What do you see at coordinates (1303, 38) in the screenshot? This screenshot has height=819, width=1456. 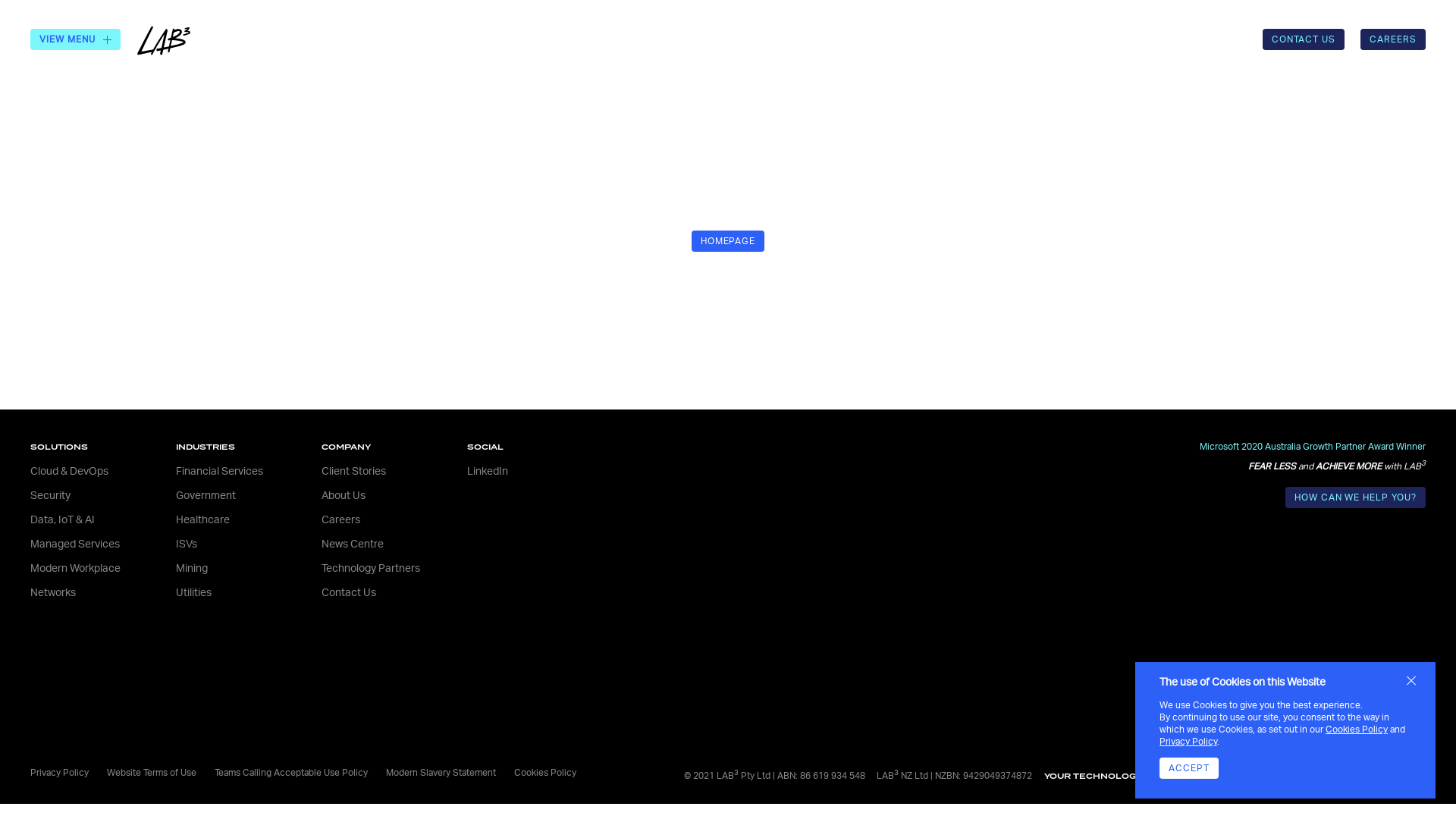 I see `'CONTACT US'` at bounding box center [1303, 38].